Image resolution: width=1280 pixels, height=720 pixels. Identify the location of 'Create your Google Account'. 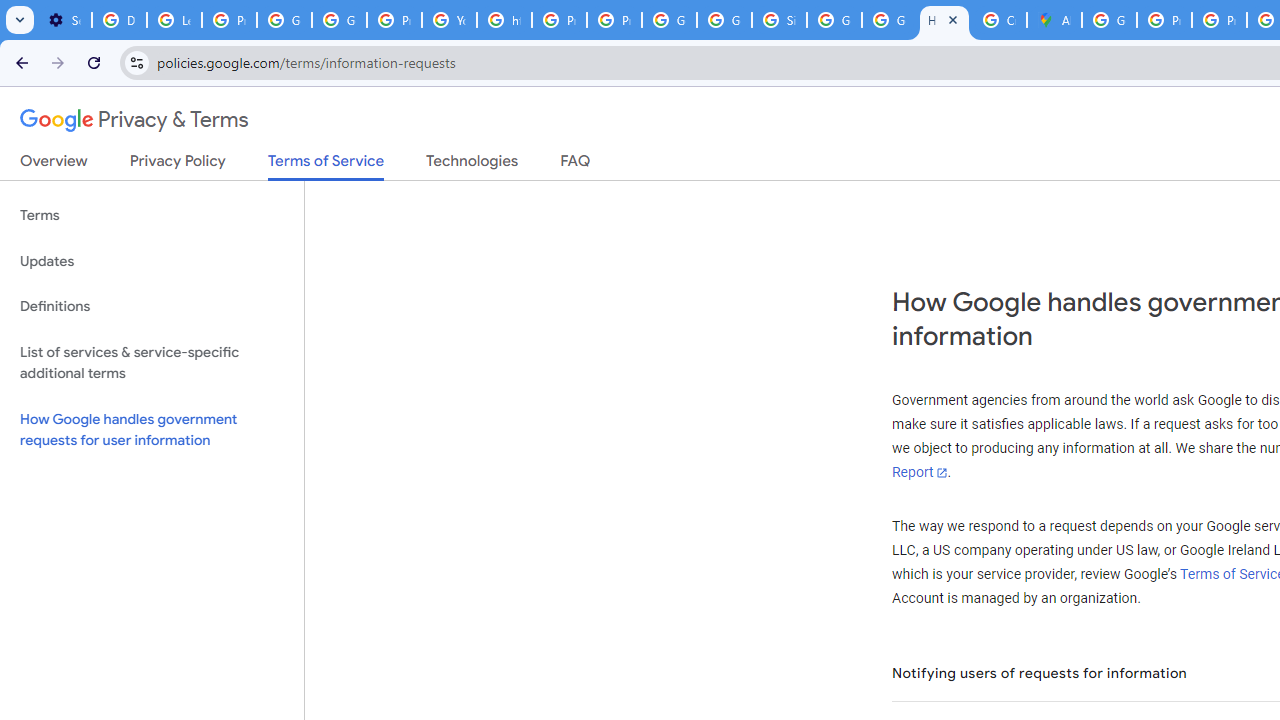
(999, 20).